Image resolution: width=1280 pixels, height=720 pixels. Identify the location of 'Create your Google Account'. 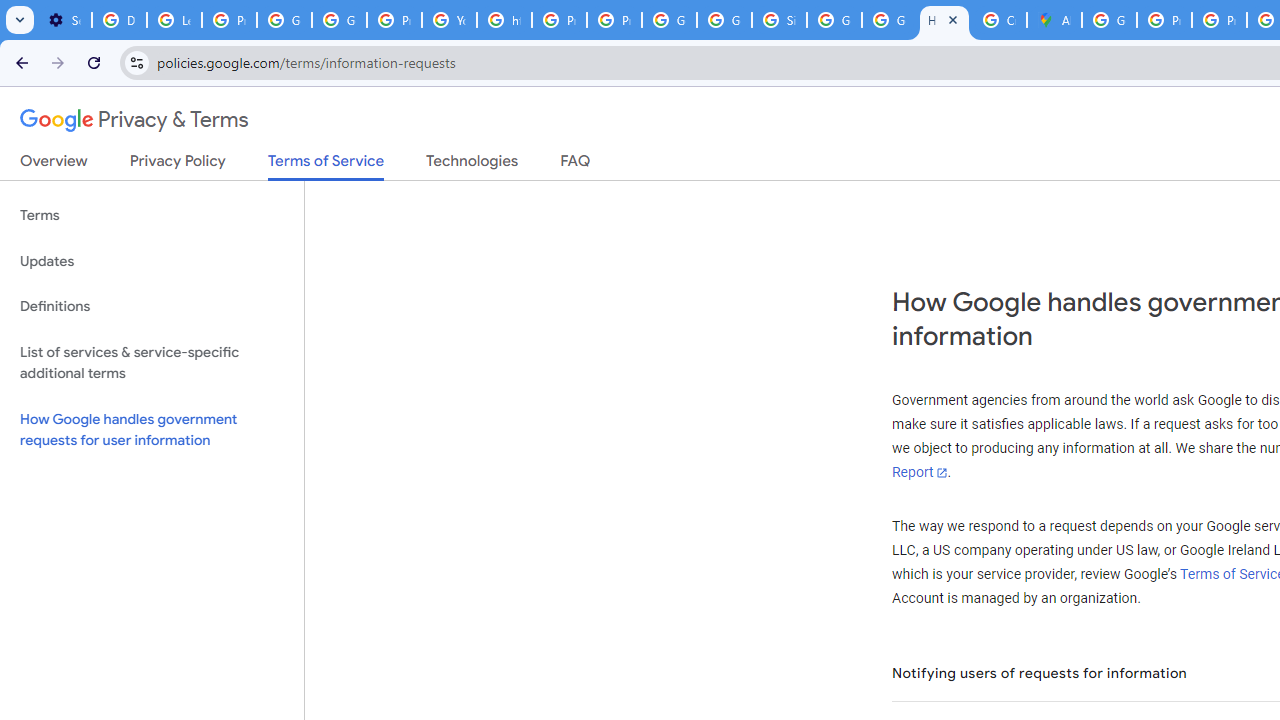
(999, 20).